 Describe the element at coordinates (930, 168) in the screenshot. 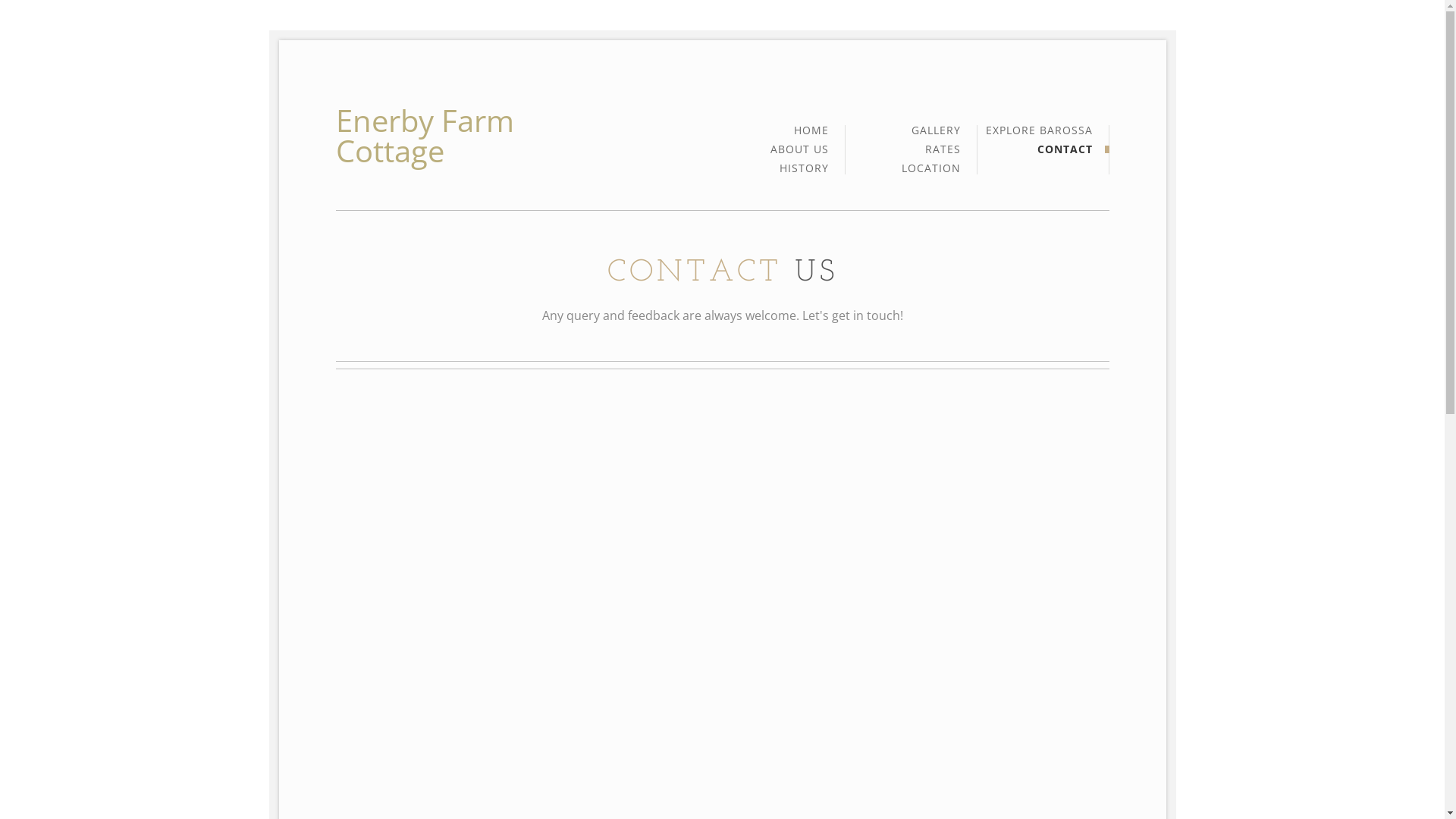

I see `'LOCATION'` at that location.